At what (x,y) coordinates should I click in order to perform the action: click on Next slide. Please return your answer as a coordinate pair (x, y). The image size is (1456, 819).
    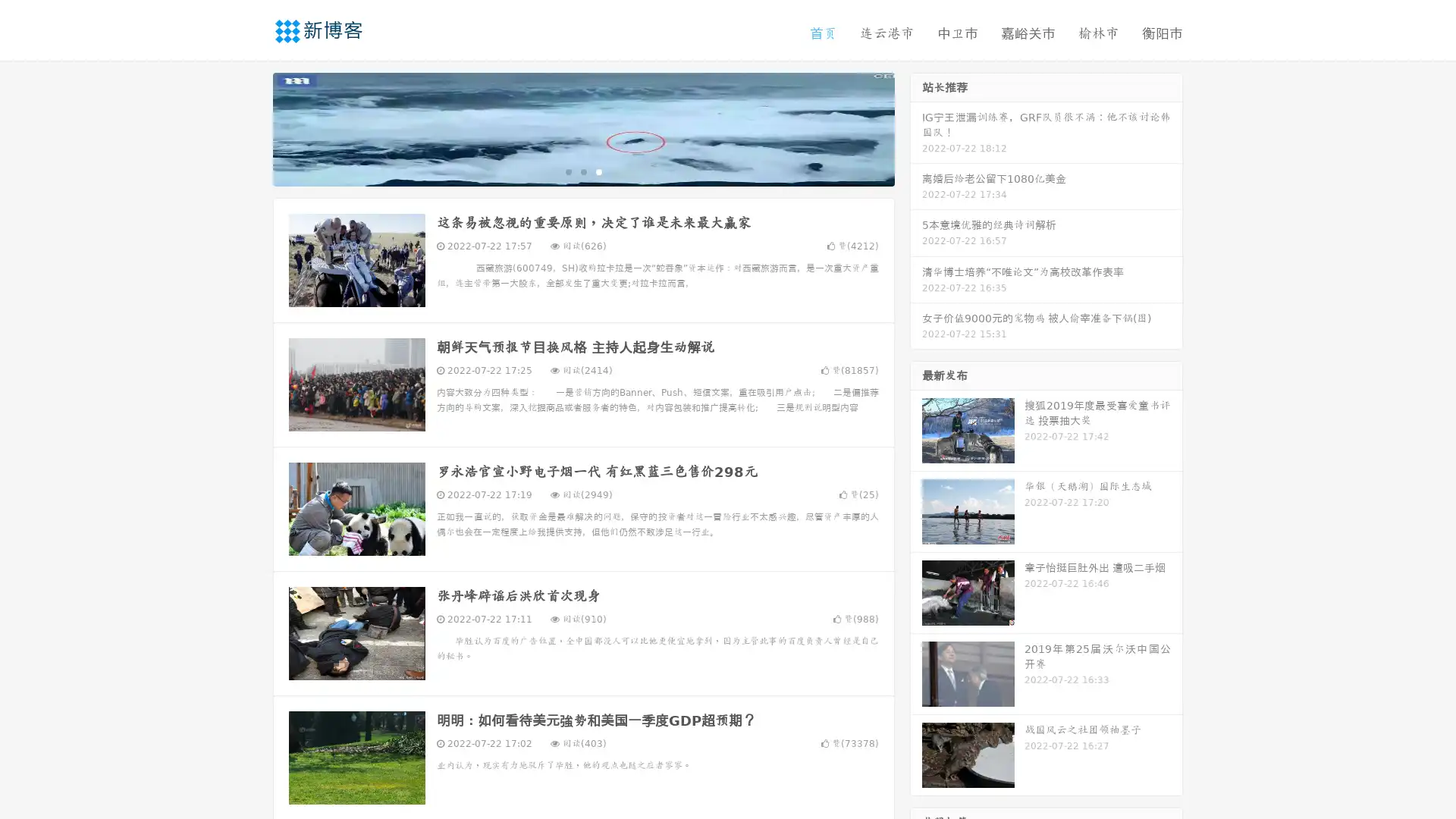
    Looking at the image, I should click on (916, 127).